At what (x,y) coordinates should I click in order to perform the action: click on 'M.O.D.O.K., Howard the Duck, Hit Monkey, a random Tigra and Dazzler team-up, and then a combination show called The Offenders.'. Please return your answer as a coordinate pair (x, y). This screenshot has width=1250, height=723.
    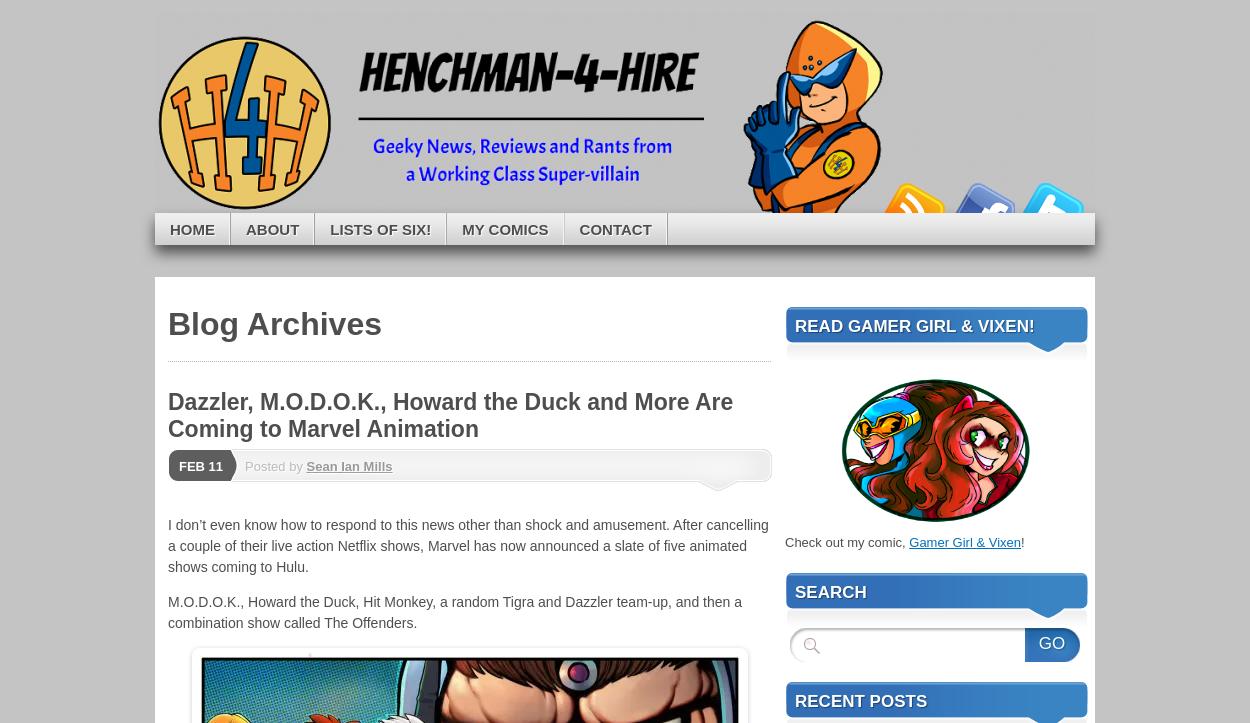
    Looking at the image, I should click on (168, 612).